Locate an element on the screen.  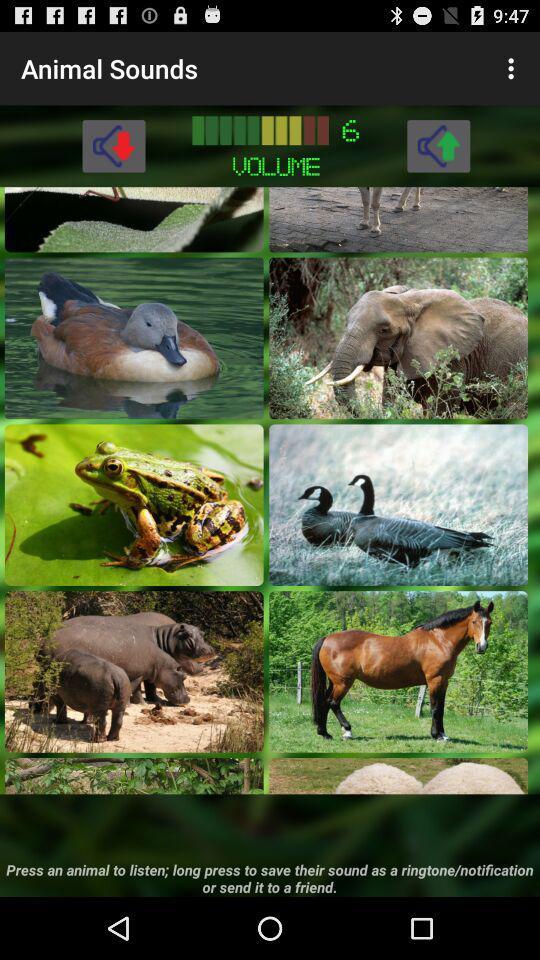
highlighted image is located at coordinates (398, 775).